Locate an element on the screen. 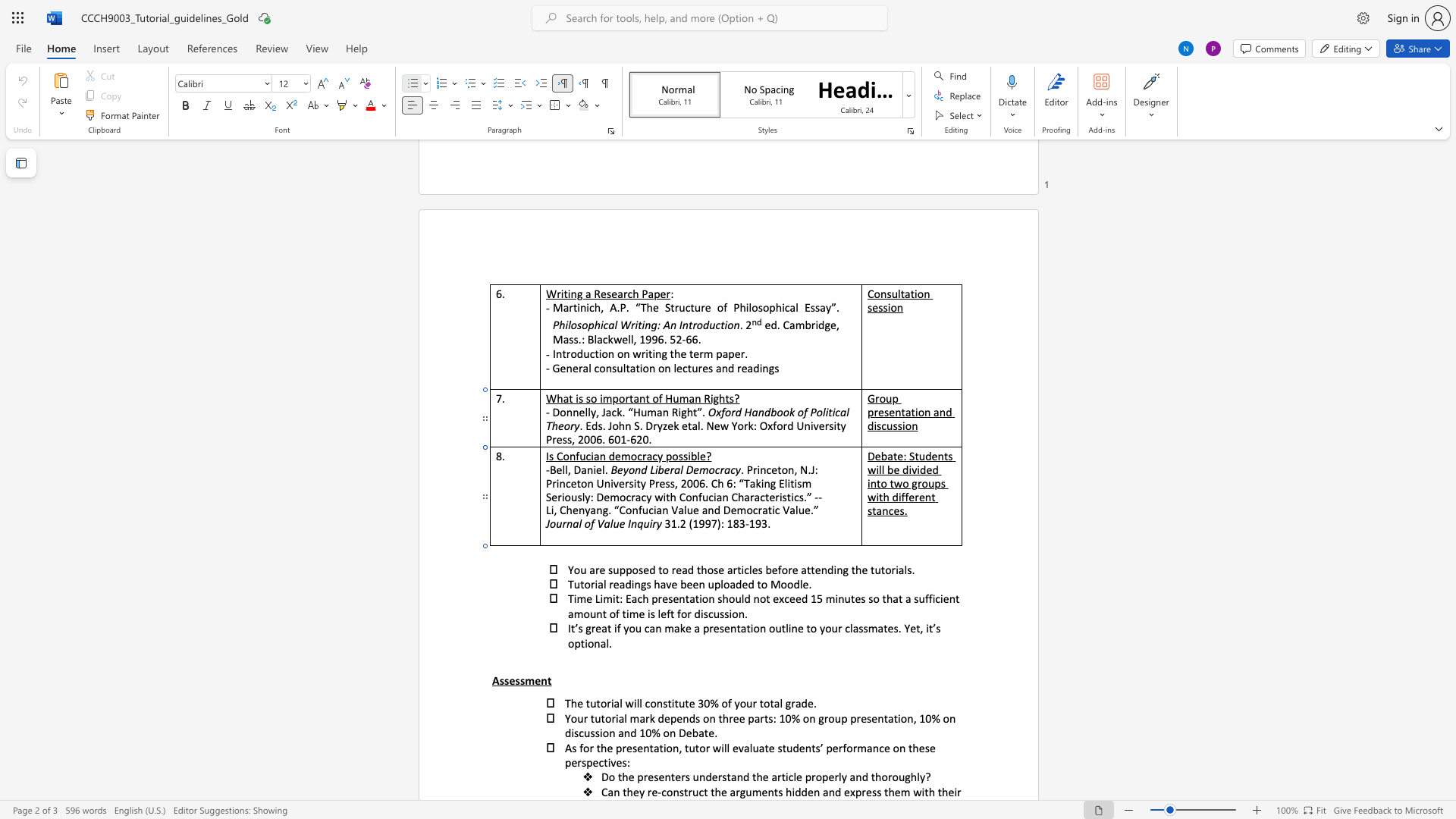 This screenshot has height=819, width=1456. the 2th character "e" in the text is located at coordinates (538, 679).